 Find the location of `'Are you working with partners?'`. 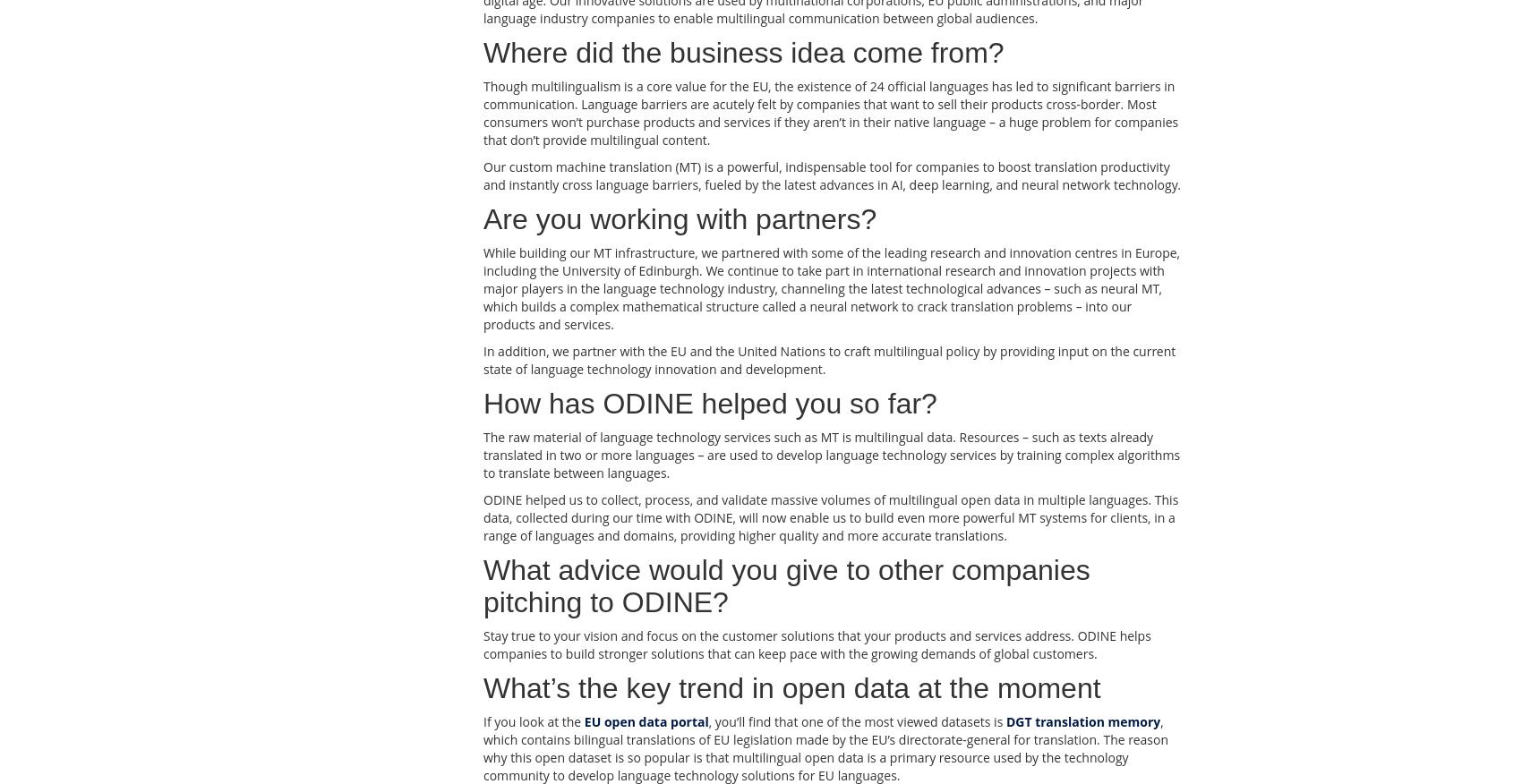

'Are you working with partners?' is located at coordinates (679, 218).